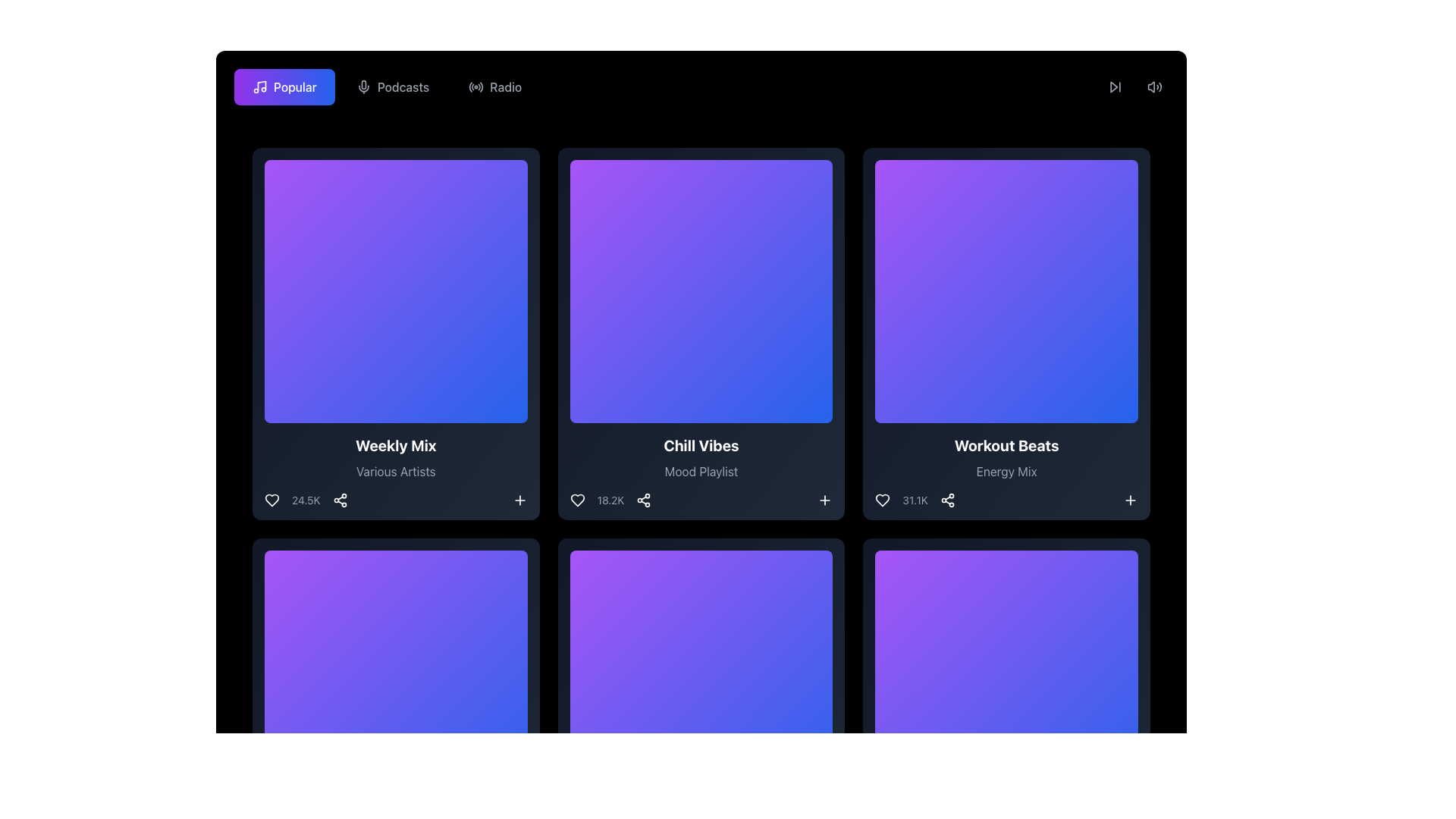 This screenshot has height=819, width=1456. I want to click on the numerical value displayed on the text label indicating the count associated with the 'Chill Vibes' card, which is located in the horizontal row beneath the card, to the right of the heart icon and adjacent to the left of the share icon, so click(610, 500).